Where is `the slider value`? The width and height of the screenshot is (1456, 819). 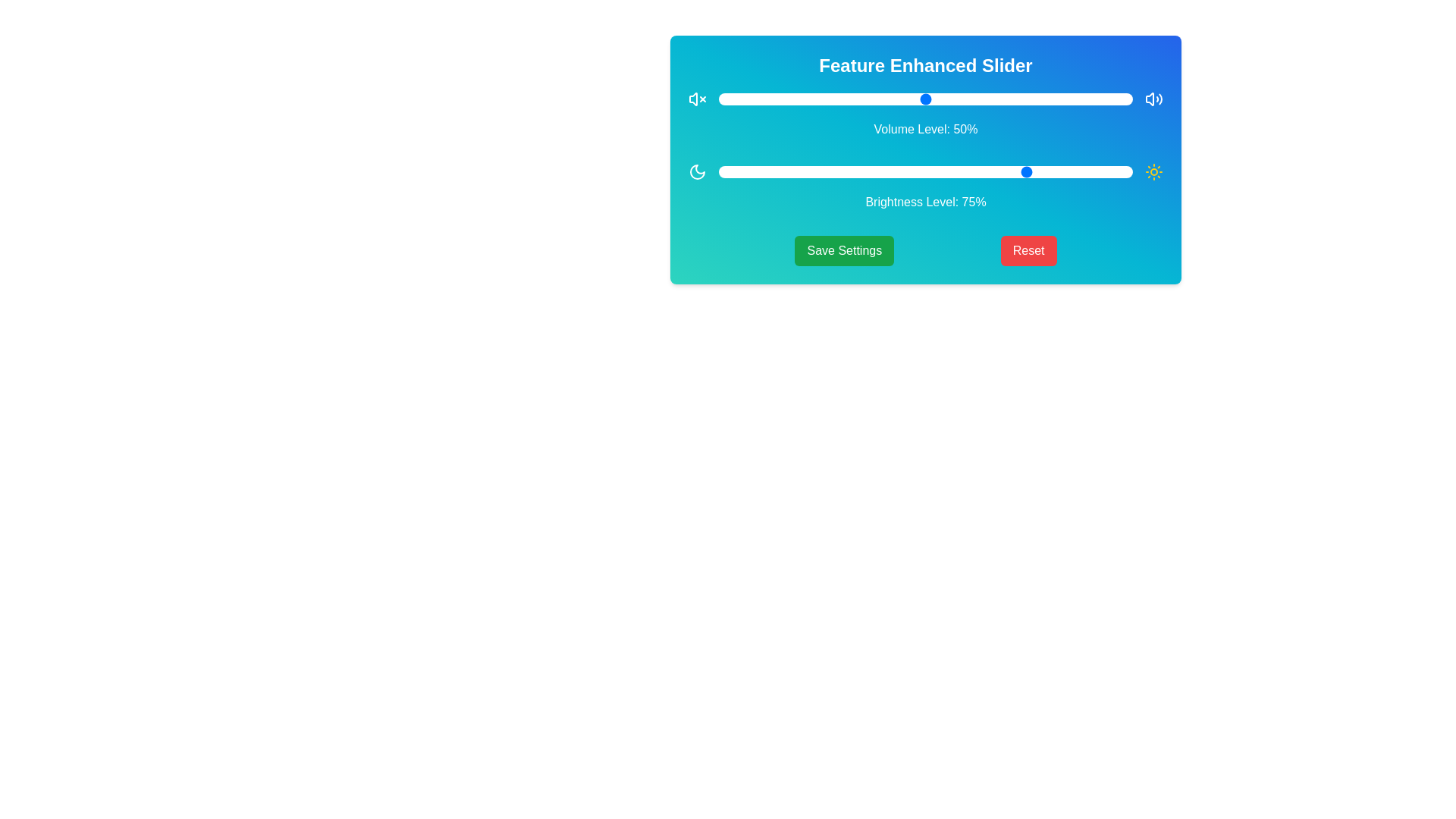 the slider value is located at coordinates (796, 99).